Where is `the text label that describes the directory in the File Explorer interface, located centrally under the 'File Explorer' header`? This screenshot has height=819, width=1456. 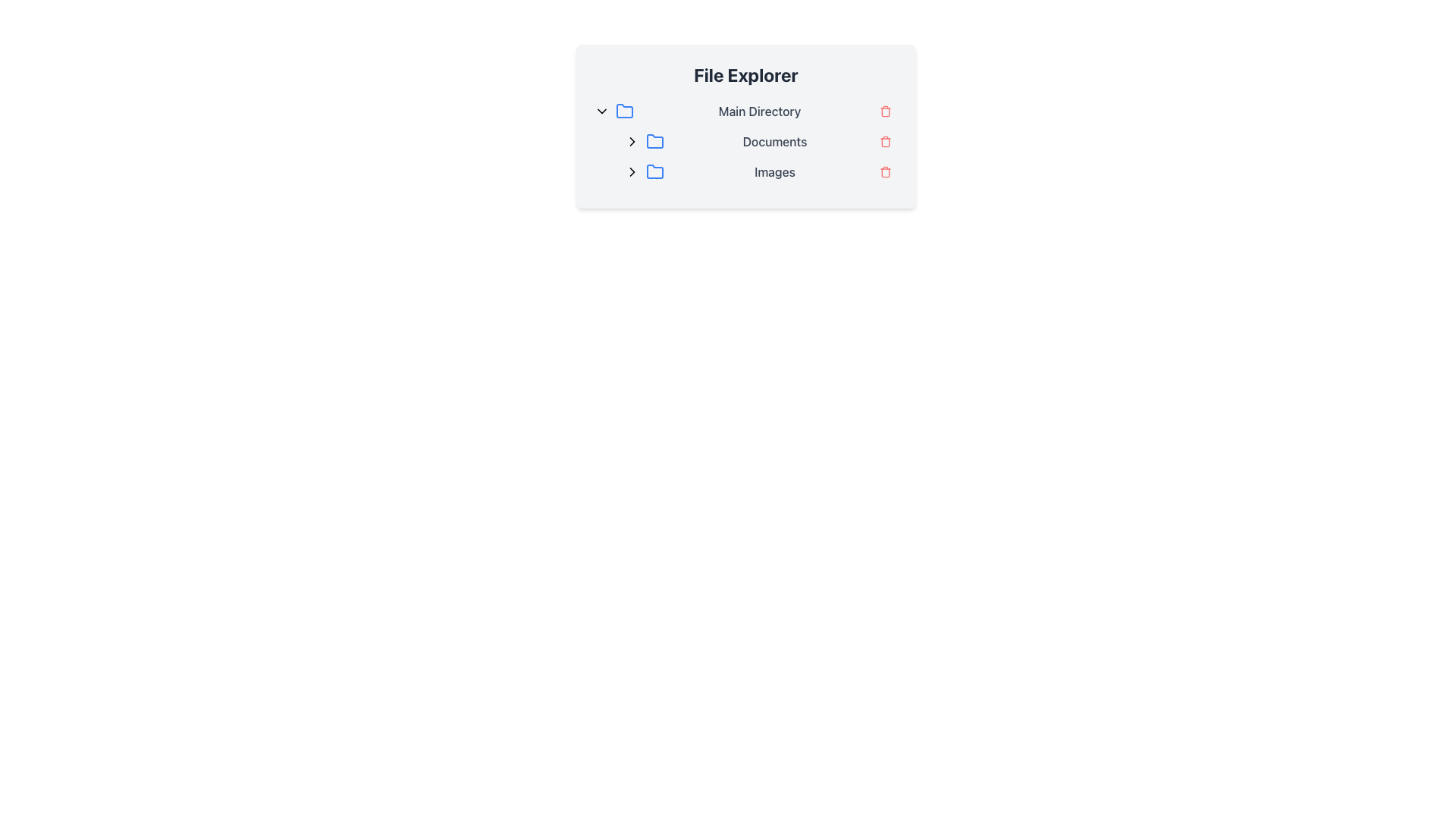 the text label that describes the directory in the File Explorer interface, located centrally under the 'File Explorer' header is located at coordinates (760, 110).